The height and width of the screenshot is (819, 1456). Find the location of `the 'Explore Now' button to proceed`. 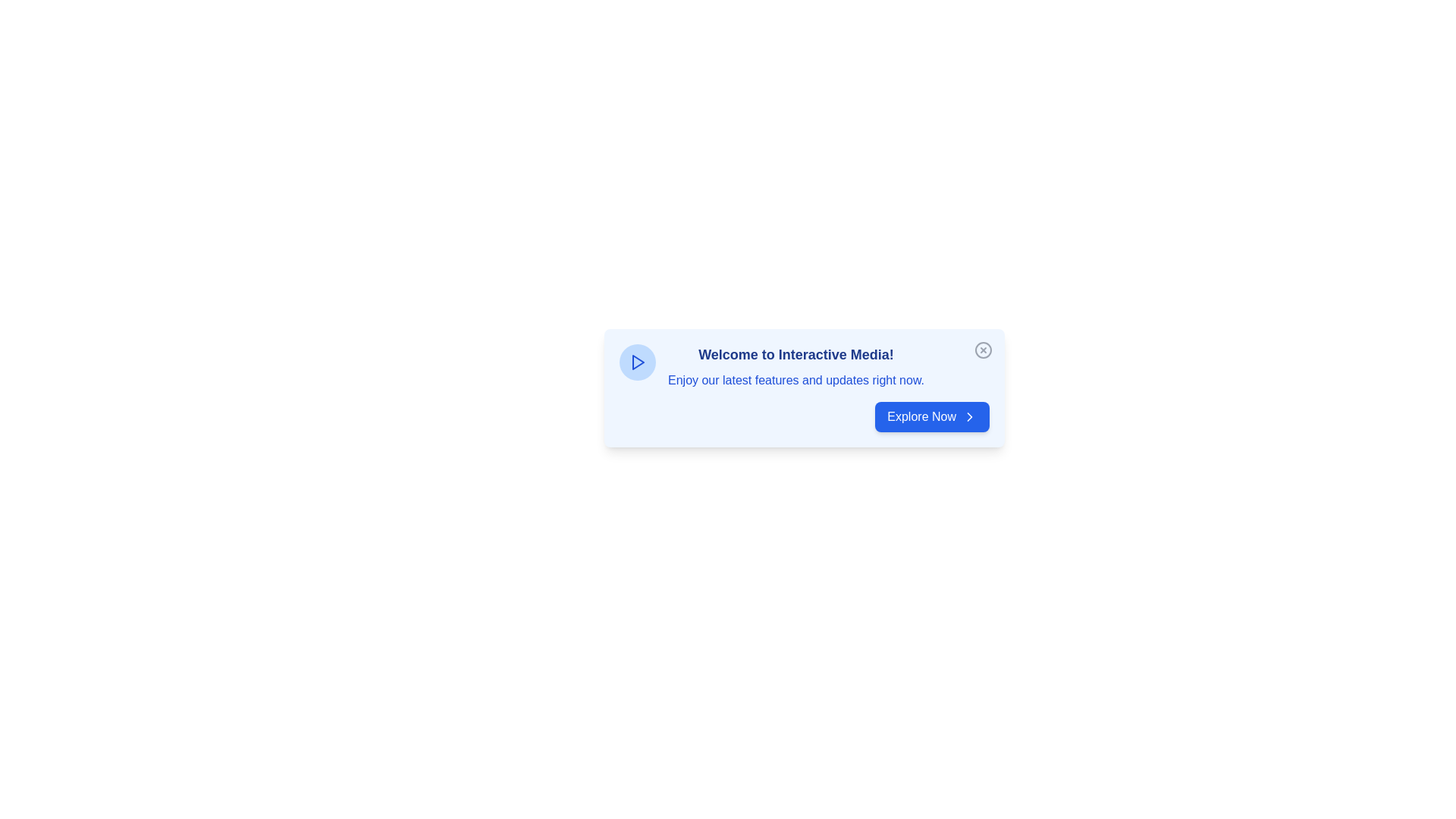

the 'Explore Now' button to proceed is located at coordinates (931, 417).